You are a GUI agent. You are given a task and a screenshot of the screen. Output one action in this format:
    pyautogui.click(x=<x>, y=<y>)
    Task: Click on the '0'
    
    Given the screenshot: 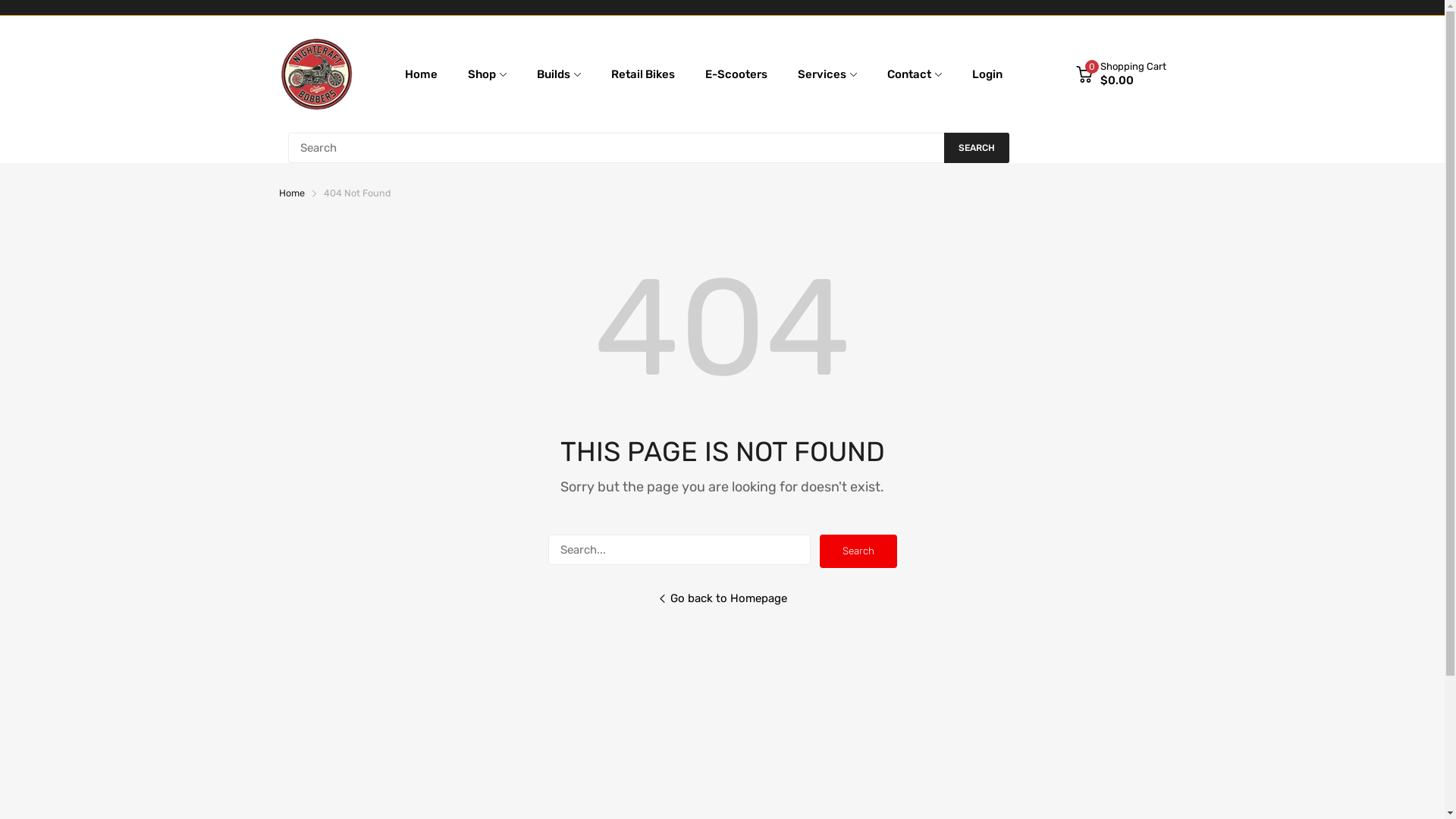 What is the action you would take?
    pyautogui.click(x=1083, y=74)
    